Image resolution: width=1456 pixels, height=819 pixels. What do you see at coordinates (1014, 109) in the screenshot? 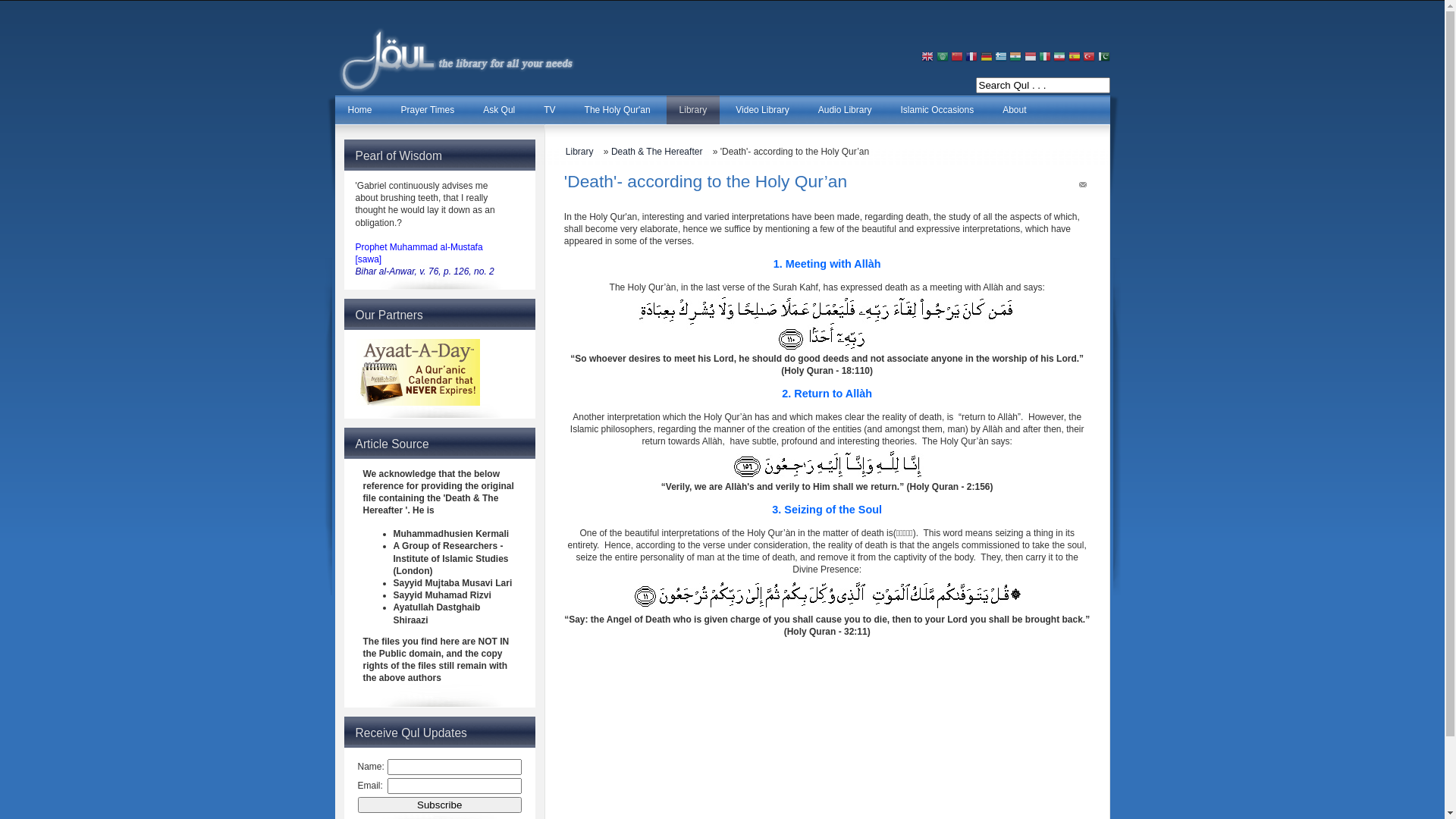
I see `'About'` at bounding box center [1014, 109].